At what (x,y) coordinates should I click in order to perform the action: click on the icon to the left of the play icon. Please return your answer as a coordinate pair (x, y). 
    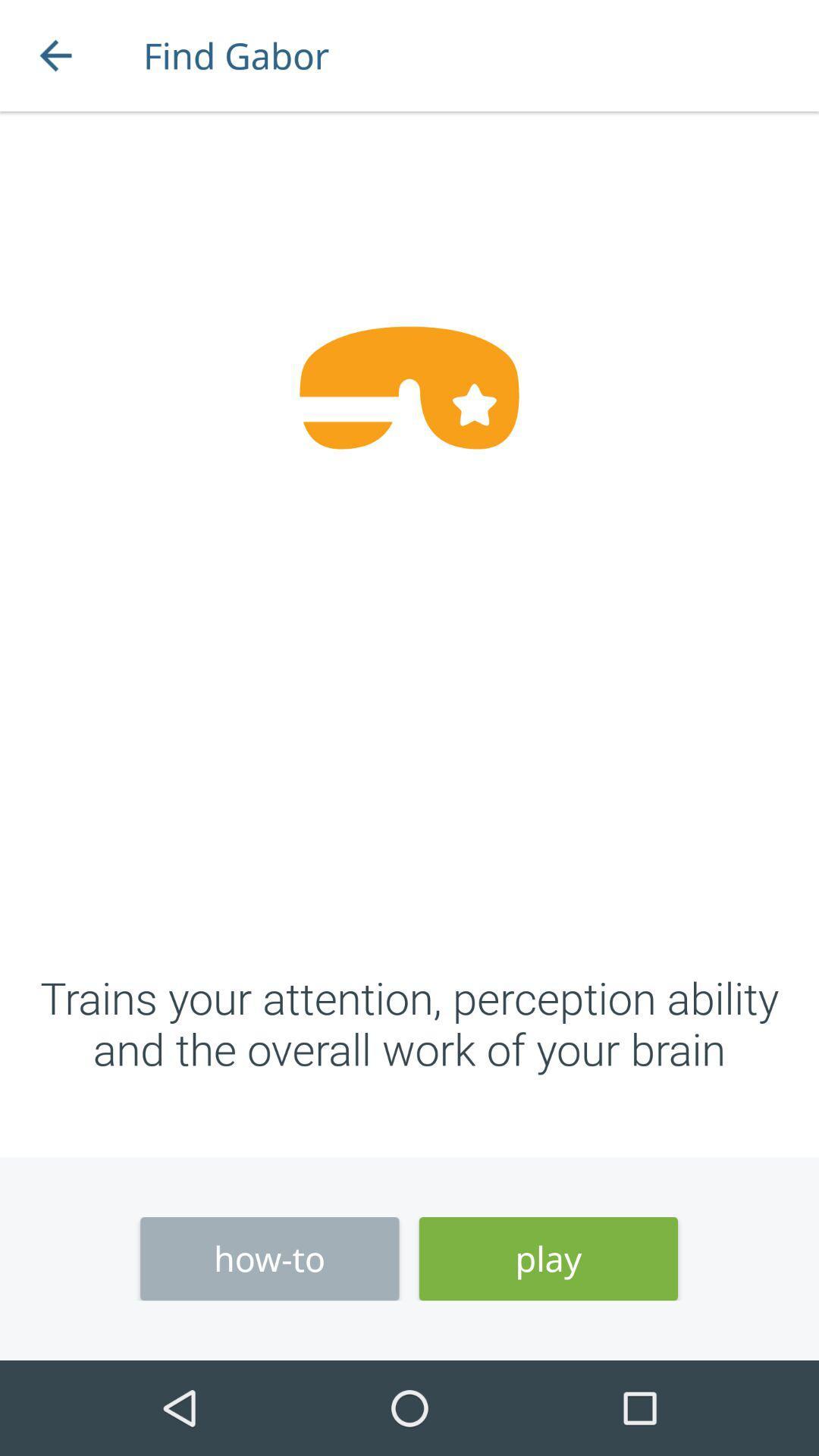
    Looking at the image, I should click on (268, 1259).